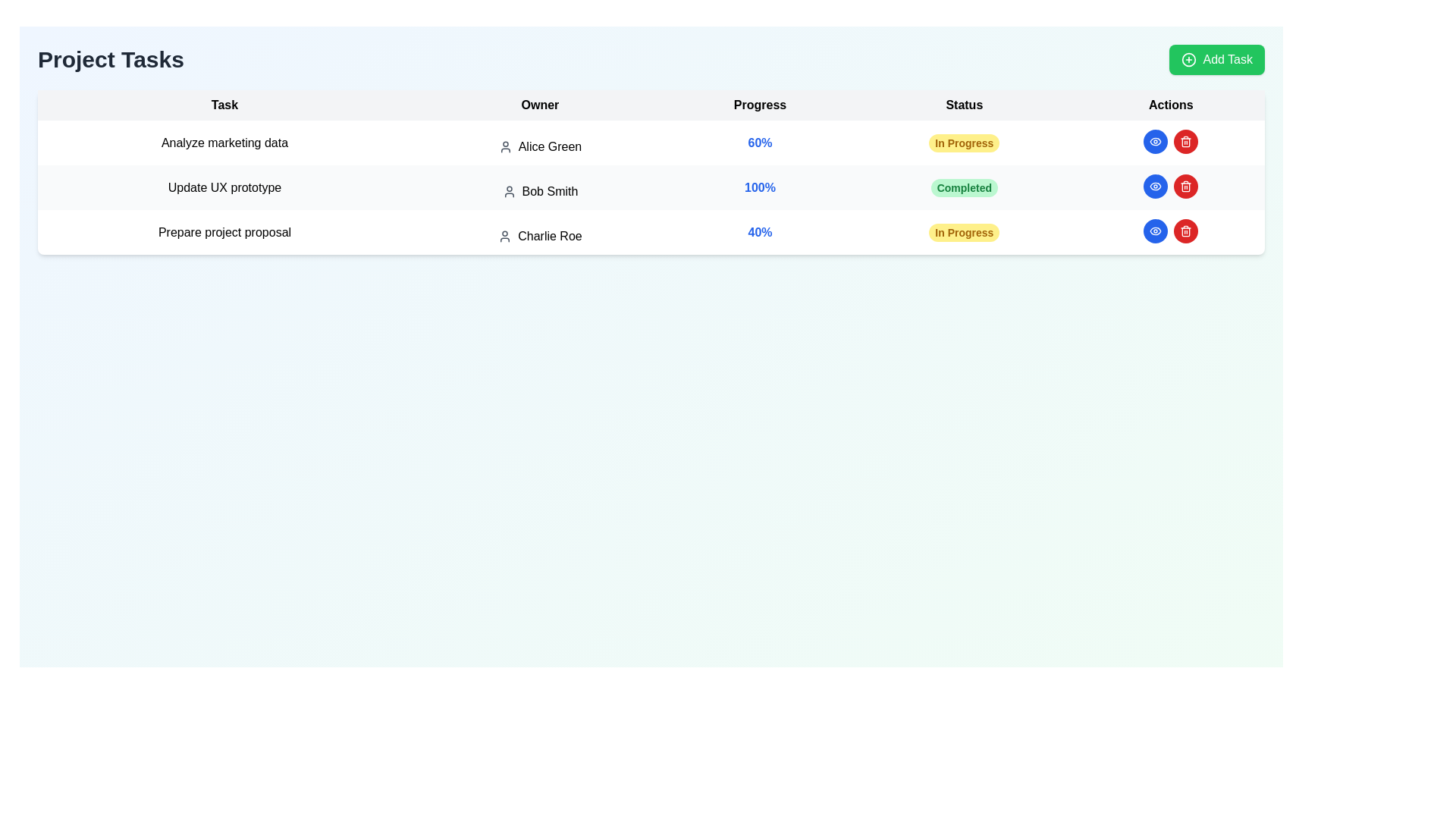  Describe the element at coordinates (540, 237) in the screenshot. I see `the Text with Icon indicating the owner responsible for the task 'Prepare project proposal' in the second item of the 'Owner' column in the third row of the table` at that location.